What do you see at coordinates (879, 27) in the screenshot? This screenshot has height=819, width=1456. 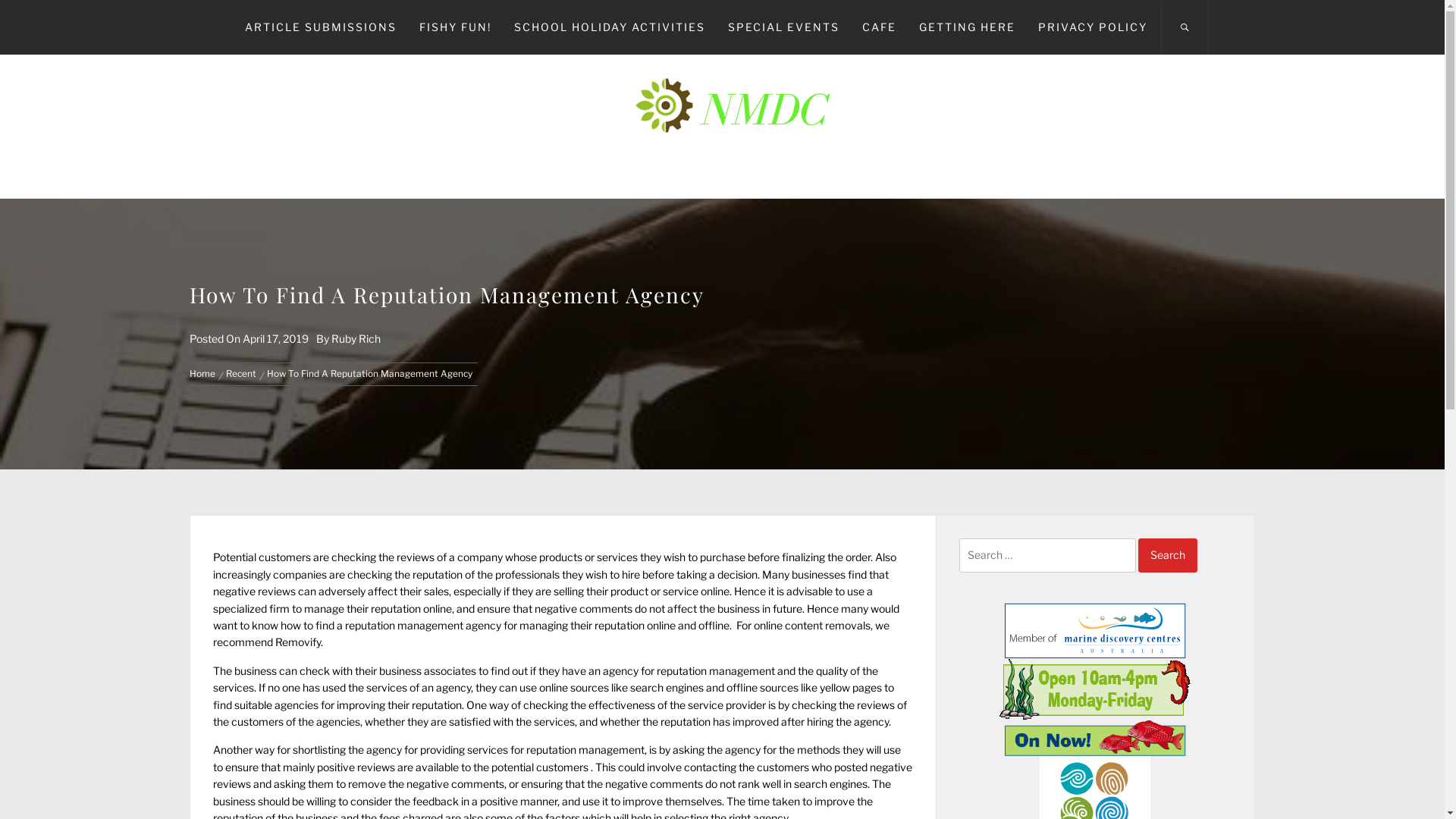 I see `'CAFE'` at bounding box center [879, 27].